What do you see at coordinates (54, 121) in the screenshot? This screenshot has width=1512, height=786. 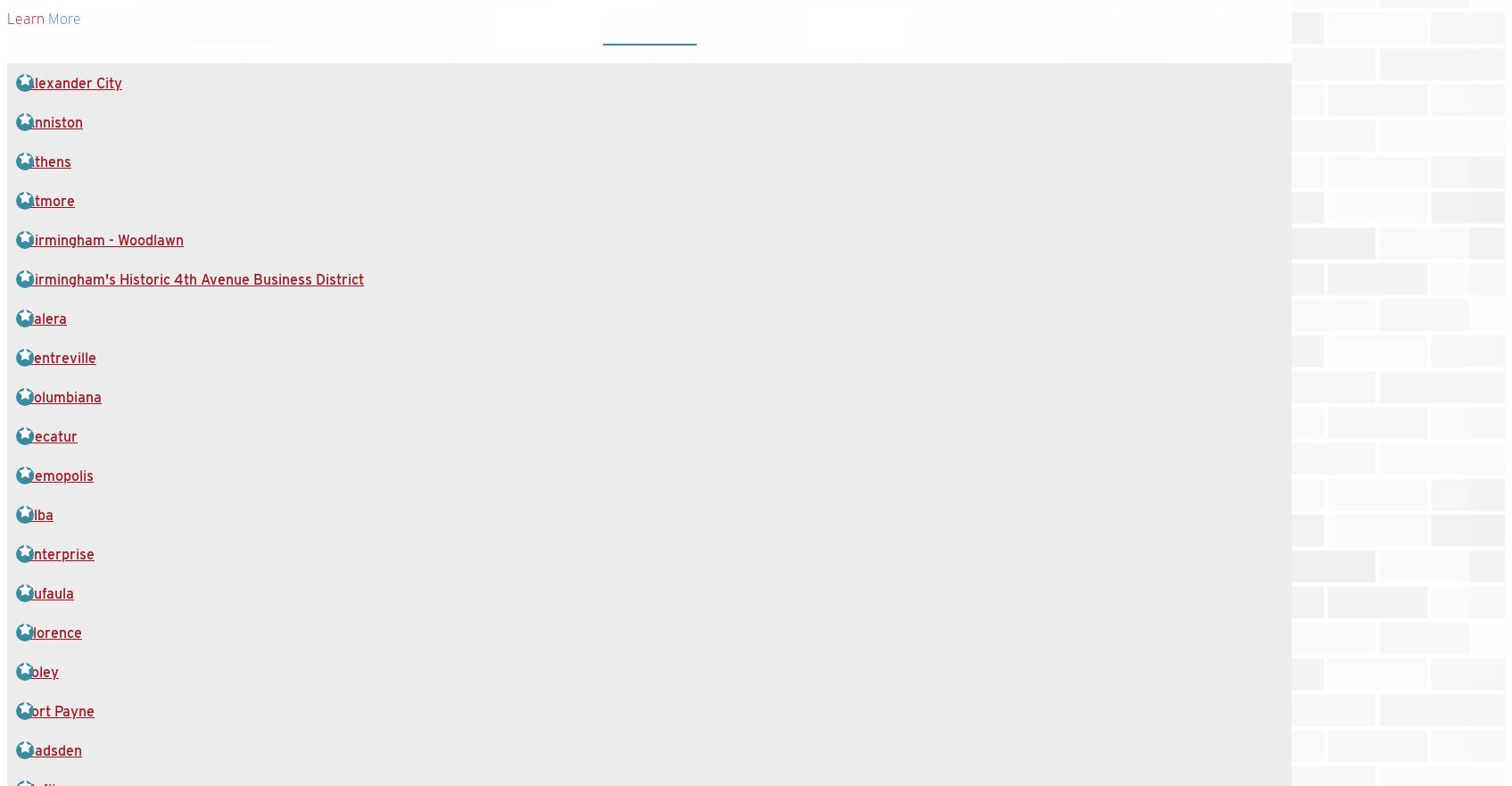 I see `'Anniston'` at bounding box center [54, 121].